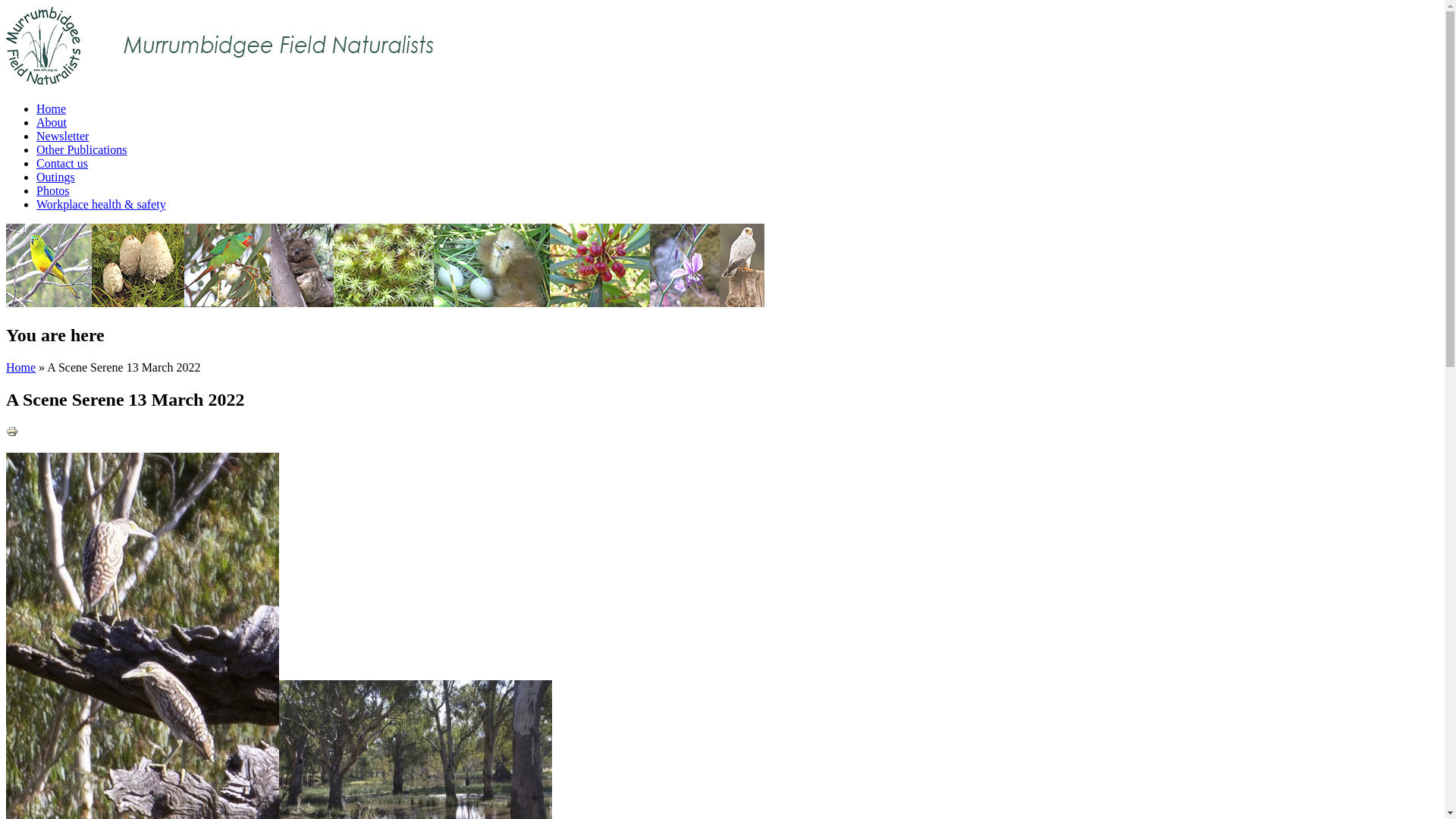 This screenshot has height=819, width=1456. Describe the element at coordinates (100, 203) in the screenshot. I see `'Workplace health & safety'` at that location.